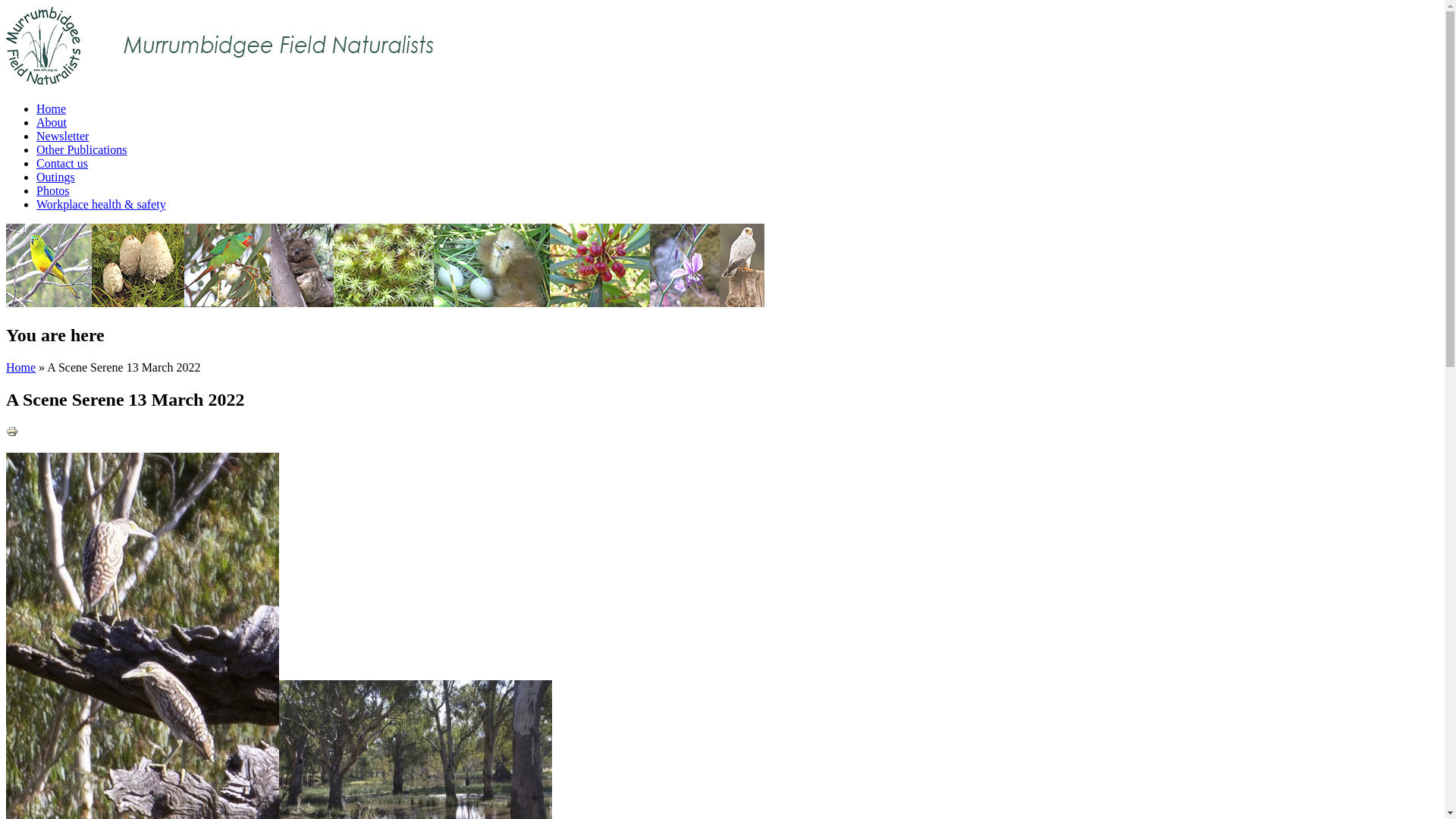 This screenshot has height=819, width=1456. Describe the element at coordinates (100, 203) in the screenshot. I see `'Workplace health & safety'` at that location.